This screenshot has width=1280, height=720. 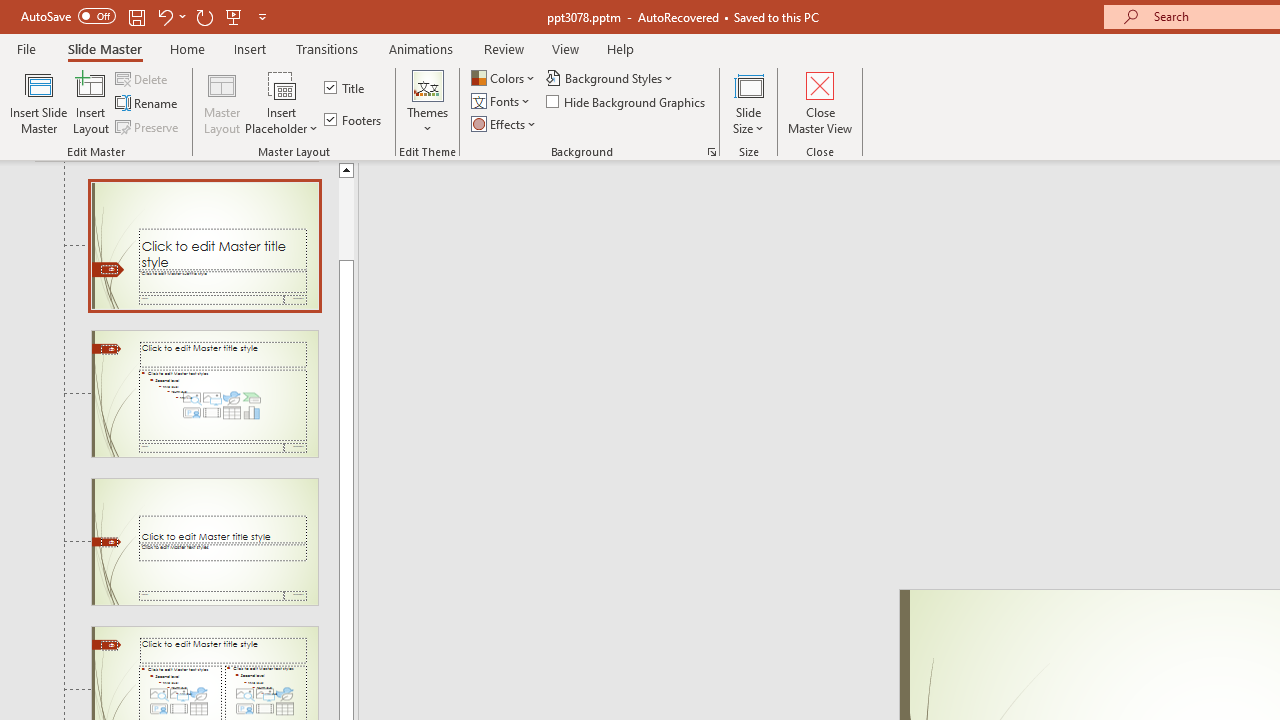 I want to click on 'Preserve', so click(x=148, y=127).